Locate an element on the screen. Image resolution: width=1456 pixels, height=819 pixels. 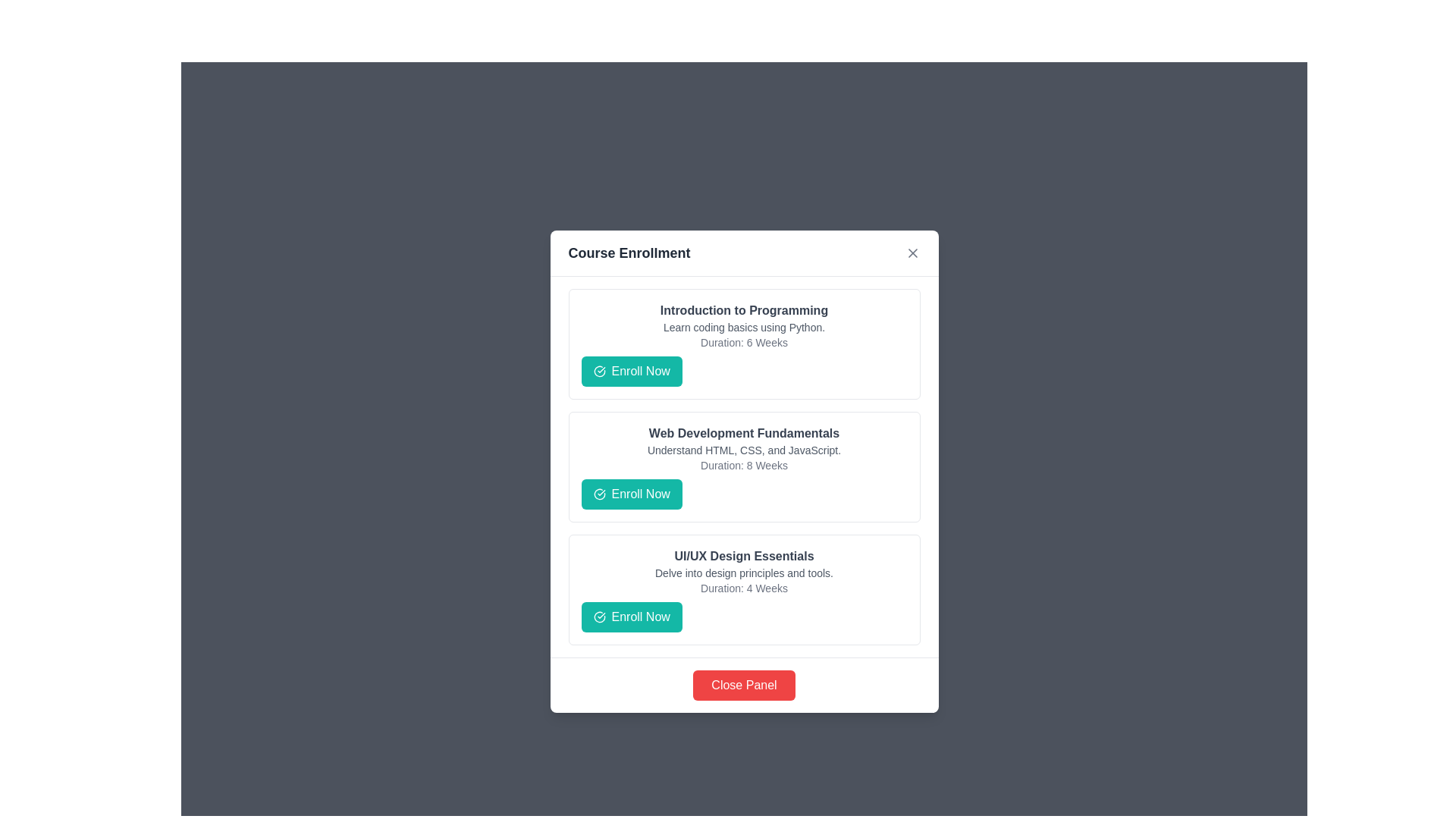
the Text Header that serves as the title or header indicating the content of the modal window is located at coordinates (629, 253).